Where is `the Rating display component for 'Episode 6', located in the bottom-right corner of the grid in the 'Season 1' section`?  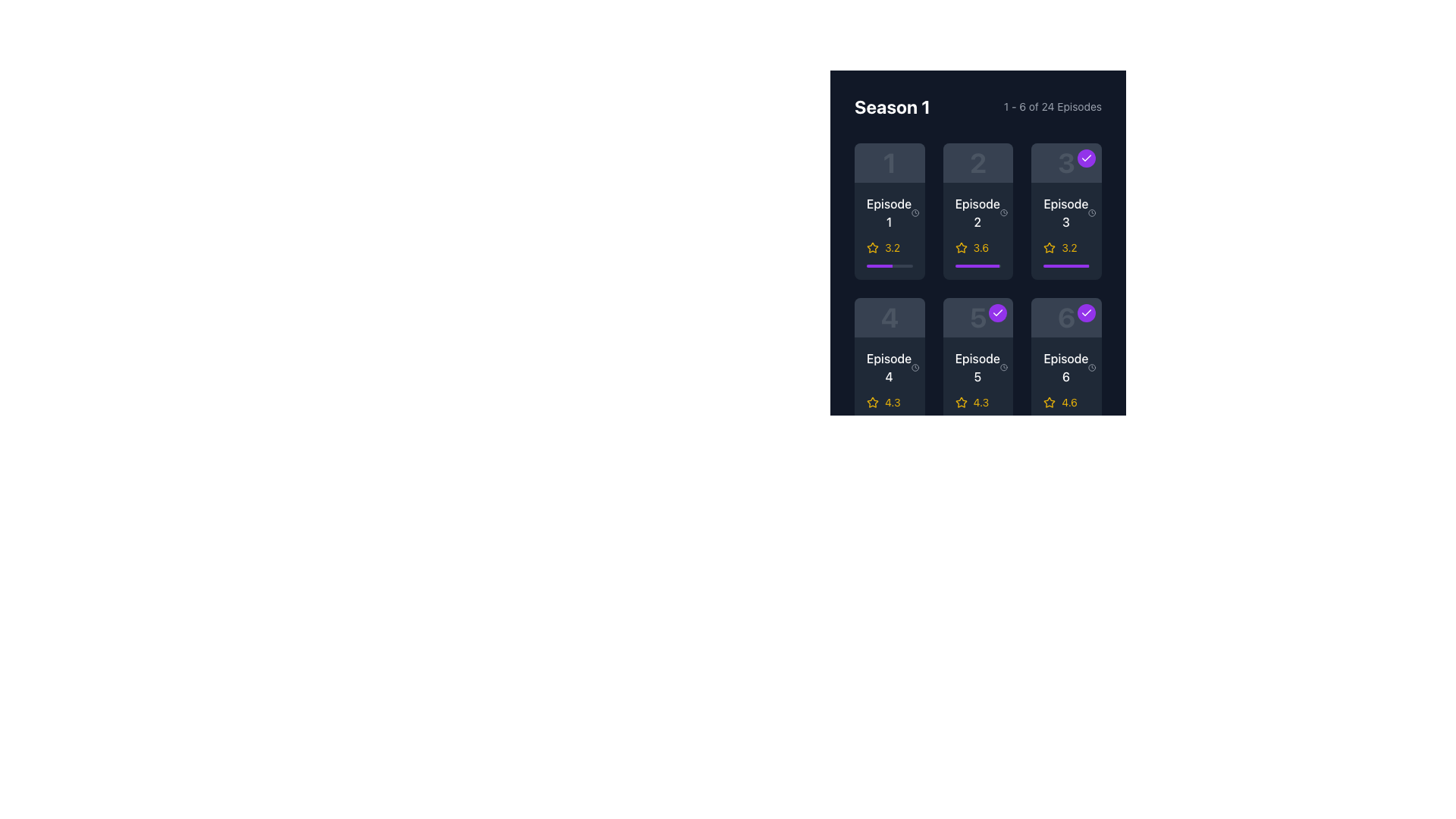
the Rating display component for 'Episode 6', located in the bottom-right corner of the grid in the 'Season 1' section is located at coordinates (1065, 402).